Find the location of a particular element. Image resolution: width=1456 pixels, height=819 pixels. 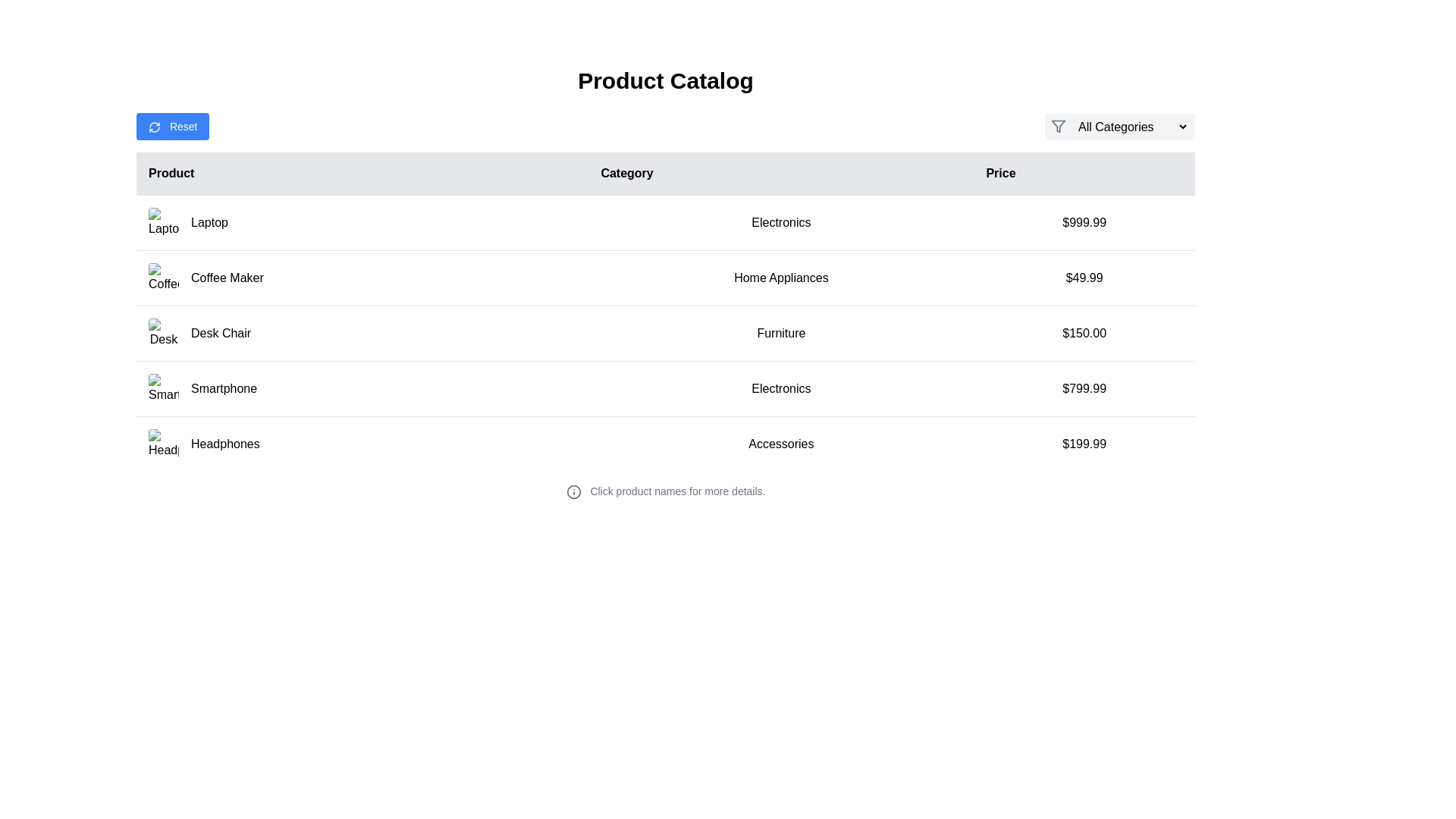

the reset button located at the top left of the header interface is located at coordinates (173, 125).